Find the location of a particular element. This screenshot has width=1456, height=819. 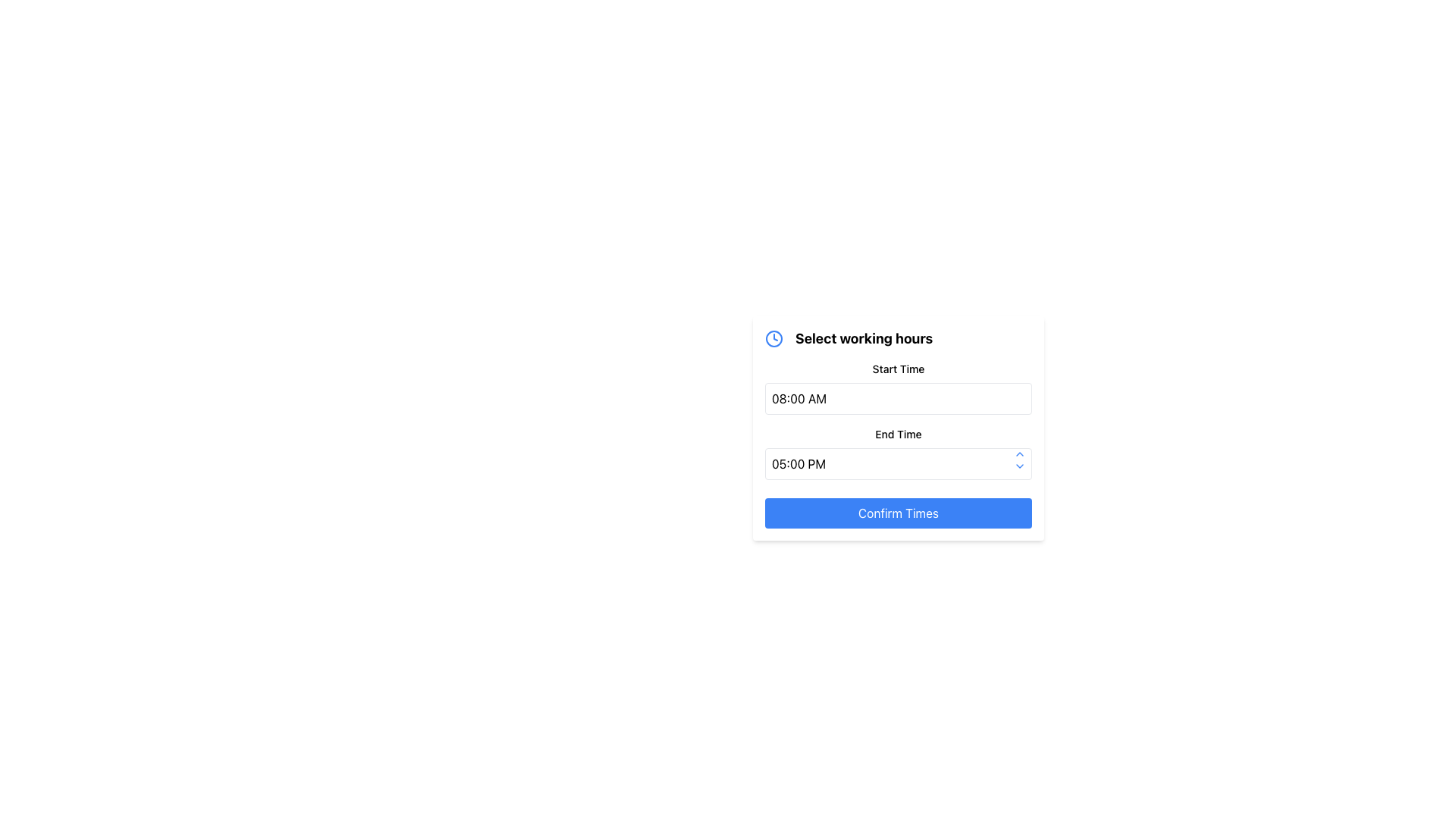

the second labeled input field for specifying the ending time within the 'Select working hours' card to focus the field for editing is located at coordinates (899, 452).